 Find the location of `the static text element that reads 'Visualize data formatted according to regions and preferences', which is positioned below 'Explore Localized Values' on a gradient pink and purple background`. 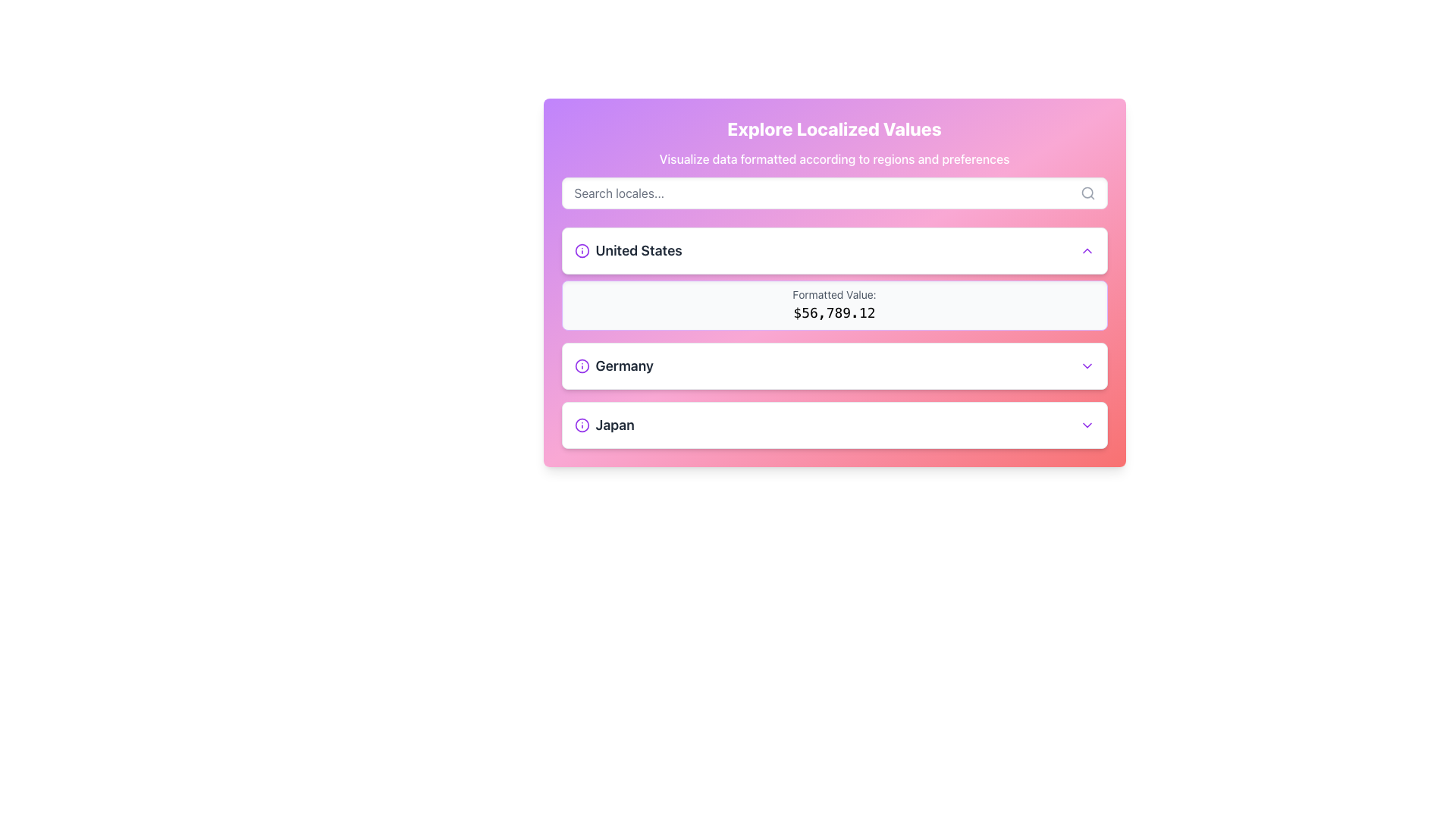

the static text element that reads 'Visualize data formatted according to regions and preferences', which is positioned below 'Explore Localized Values' on a gradient pink and purple background is located at coordinates (833, 158).